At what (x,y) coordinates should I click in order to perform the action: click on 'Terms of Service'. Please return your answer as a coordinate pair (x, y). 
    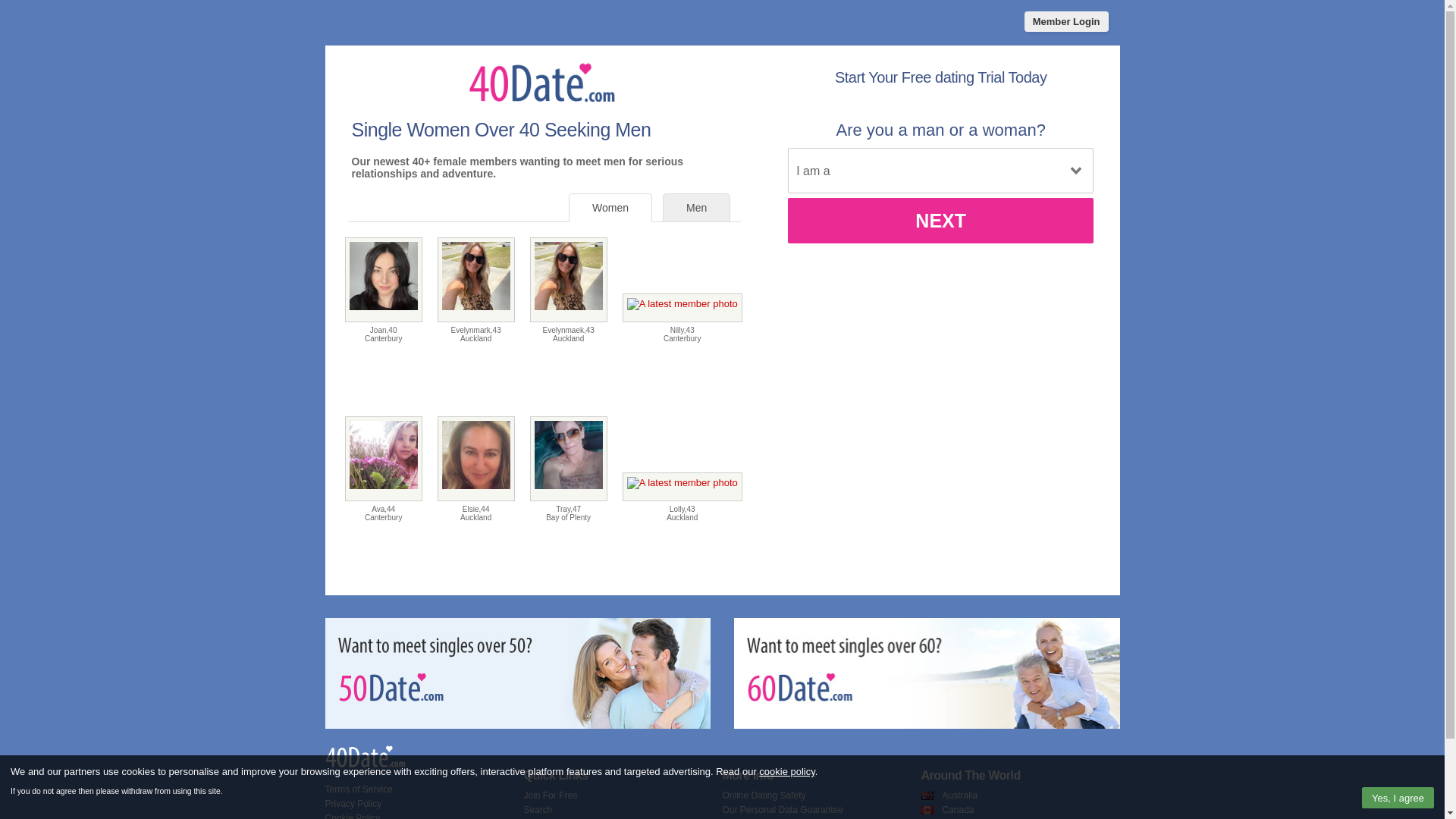
    Looking at the image, I should click on (357, 789).